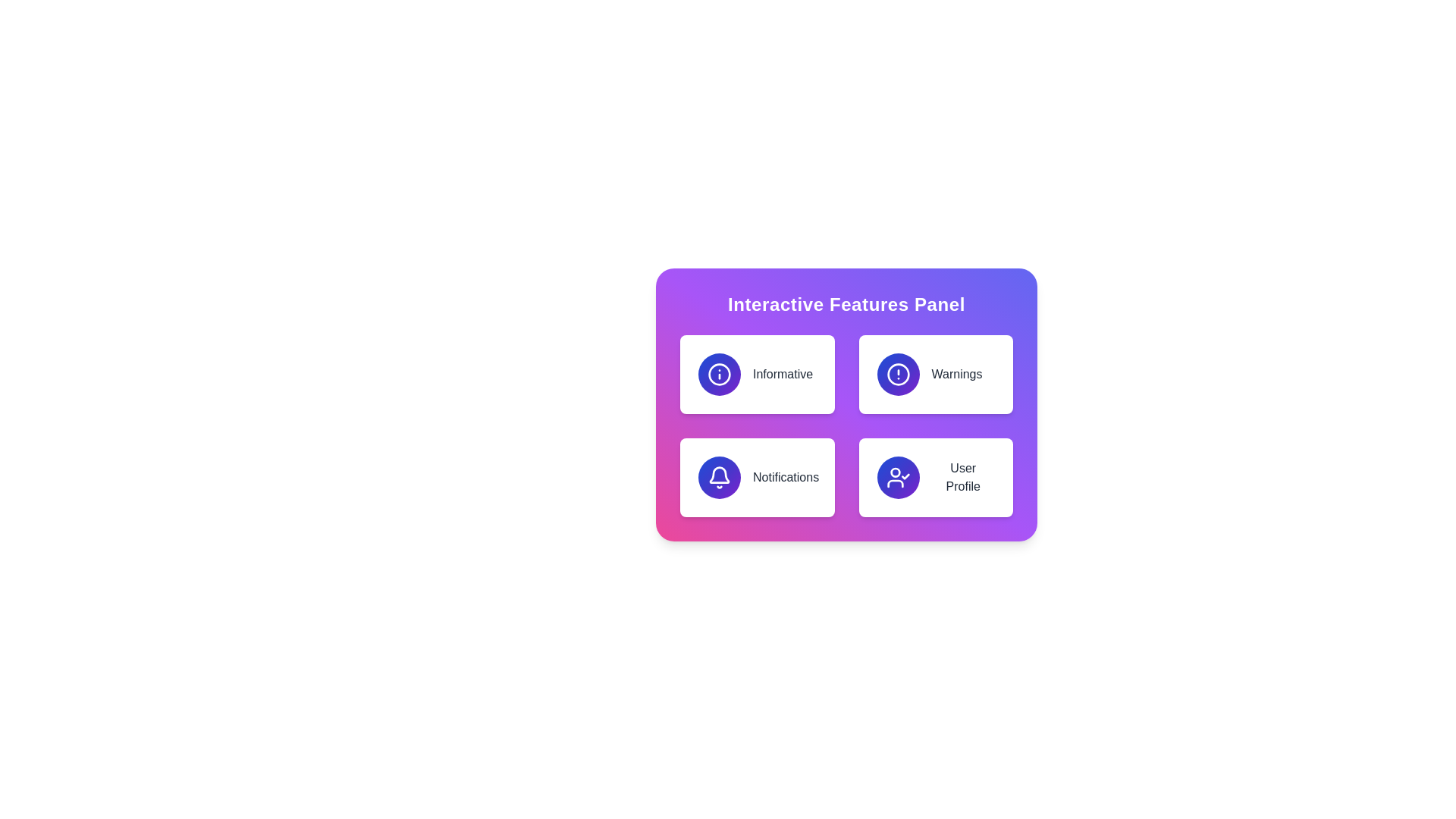  I want to click on the 'Notifications' label located on the bottom-left side of the 'Interactive Features Panel', beneath the bell-shaped icon, so click(786, 476).